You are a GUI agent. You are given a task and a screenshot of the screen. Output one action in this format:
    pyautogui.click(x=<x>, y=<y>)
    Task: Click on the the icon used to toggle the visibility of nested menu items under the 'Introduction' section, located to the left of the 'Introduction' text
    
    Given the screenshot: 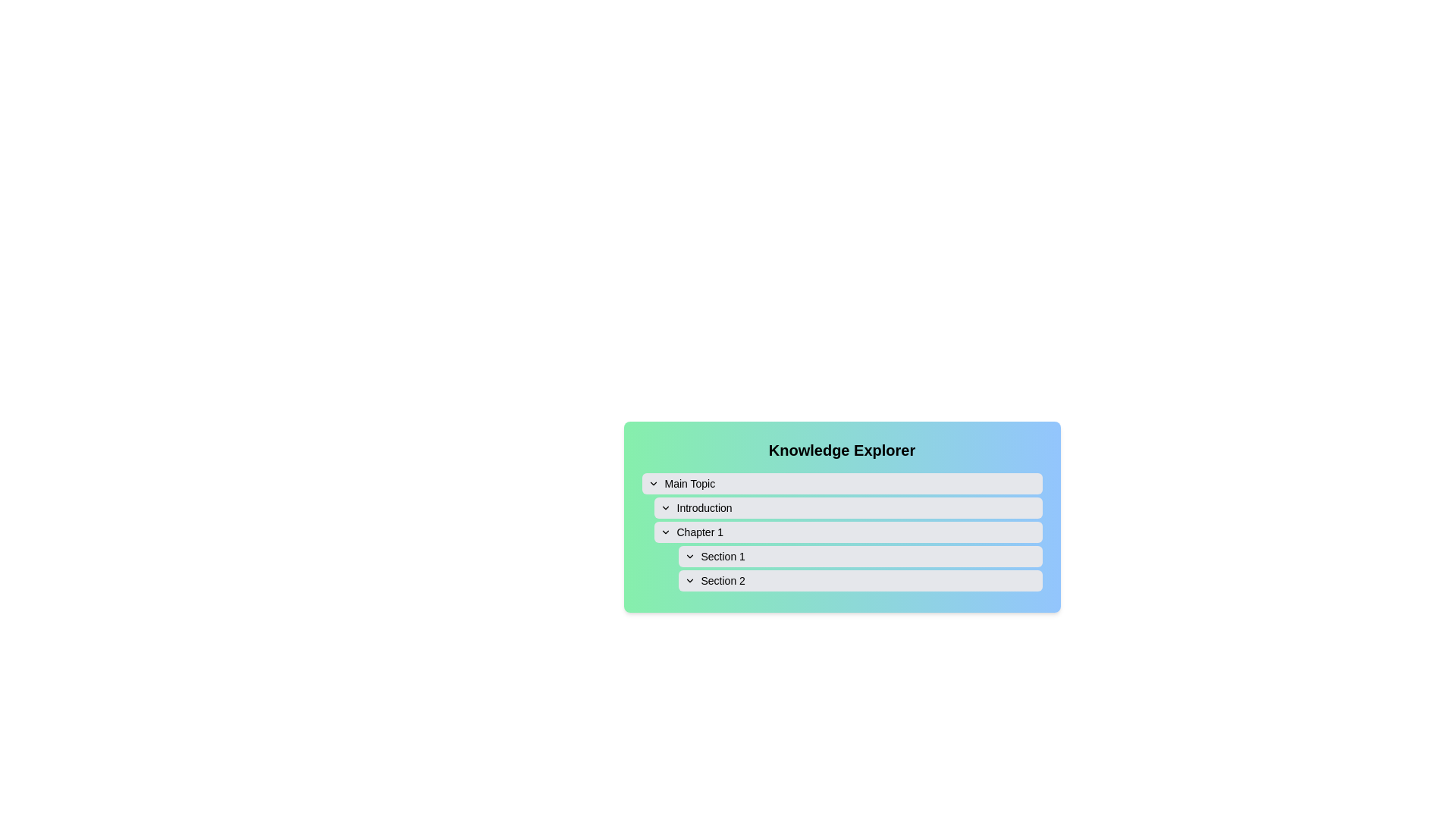 What is the action you would take?
    pyautogui.click(x=665, y=508)
    